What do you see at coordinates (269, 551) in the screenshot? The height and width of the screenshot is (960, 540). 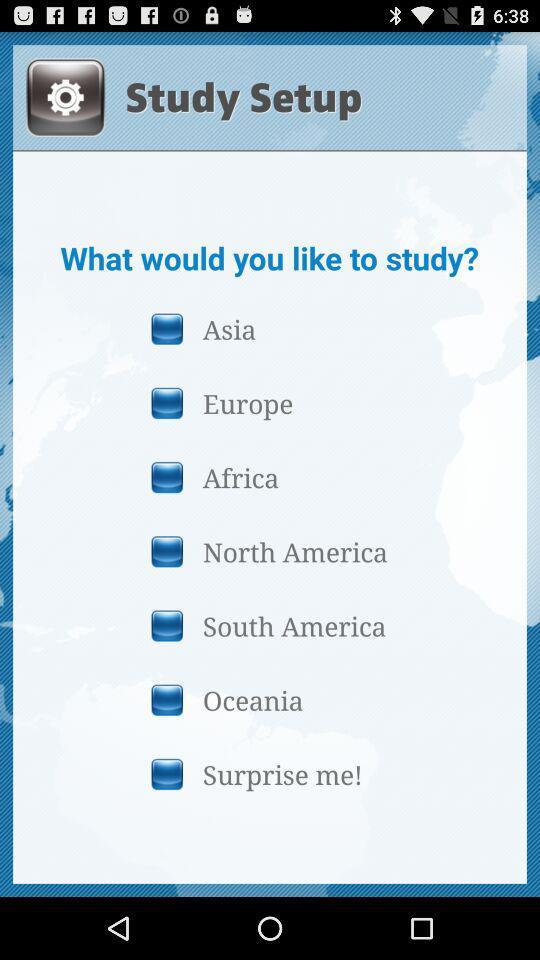 I see `icon below the africa button` at bounding box center [269, 551].